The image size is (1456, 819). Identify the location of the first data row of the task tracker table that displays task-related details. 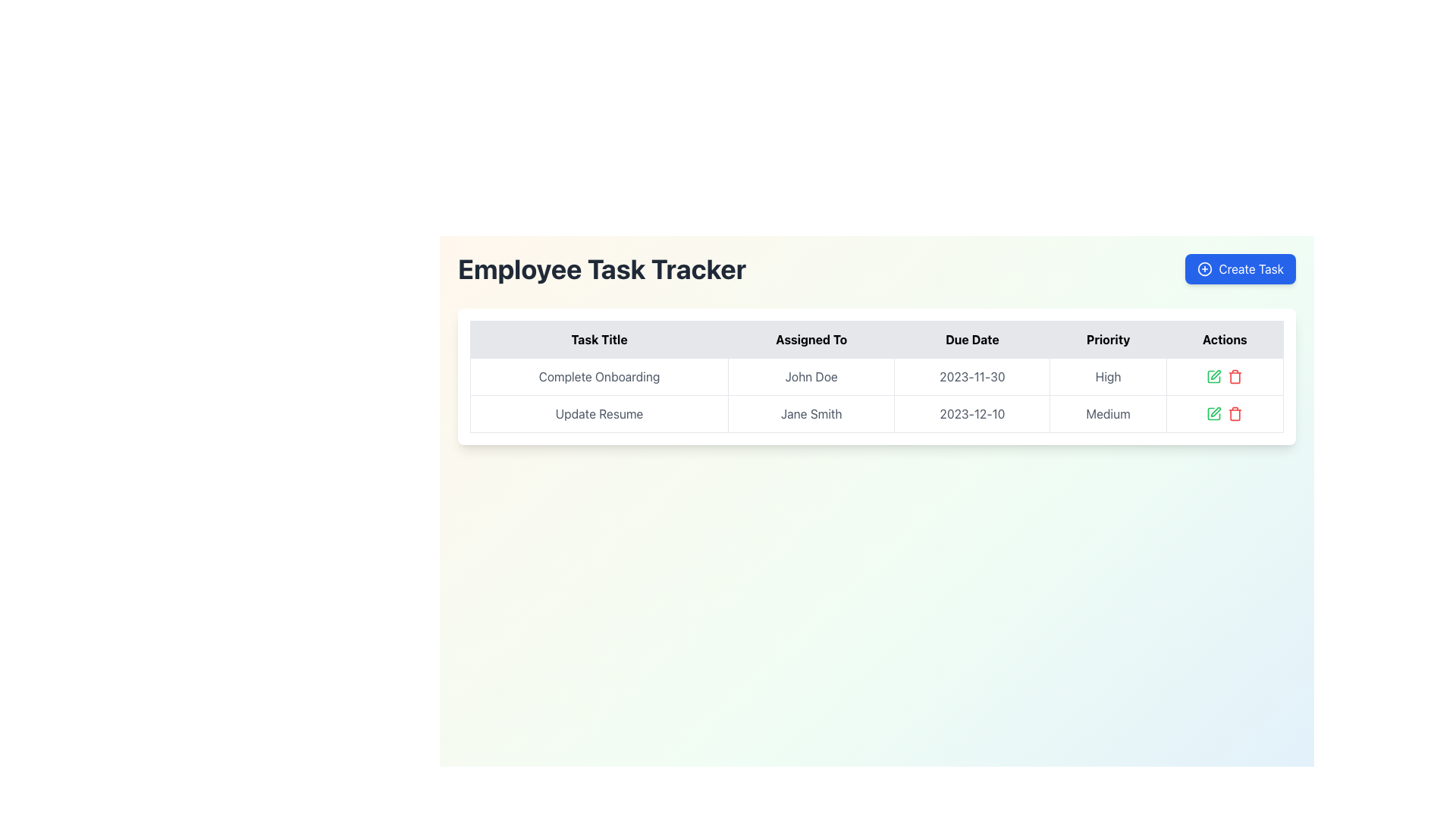
(877, 376).